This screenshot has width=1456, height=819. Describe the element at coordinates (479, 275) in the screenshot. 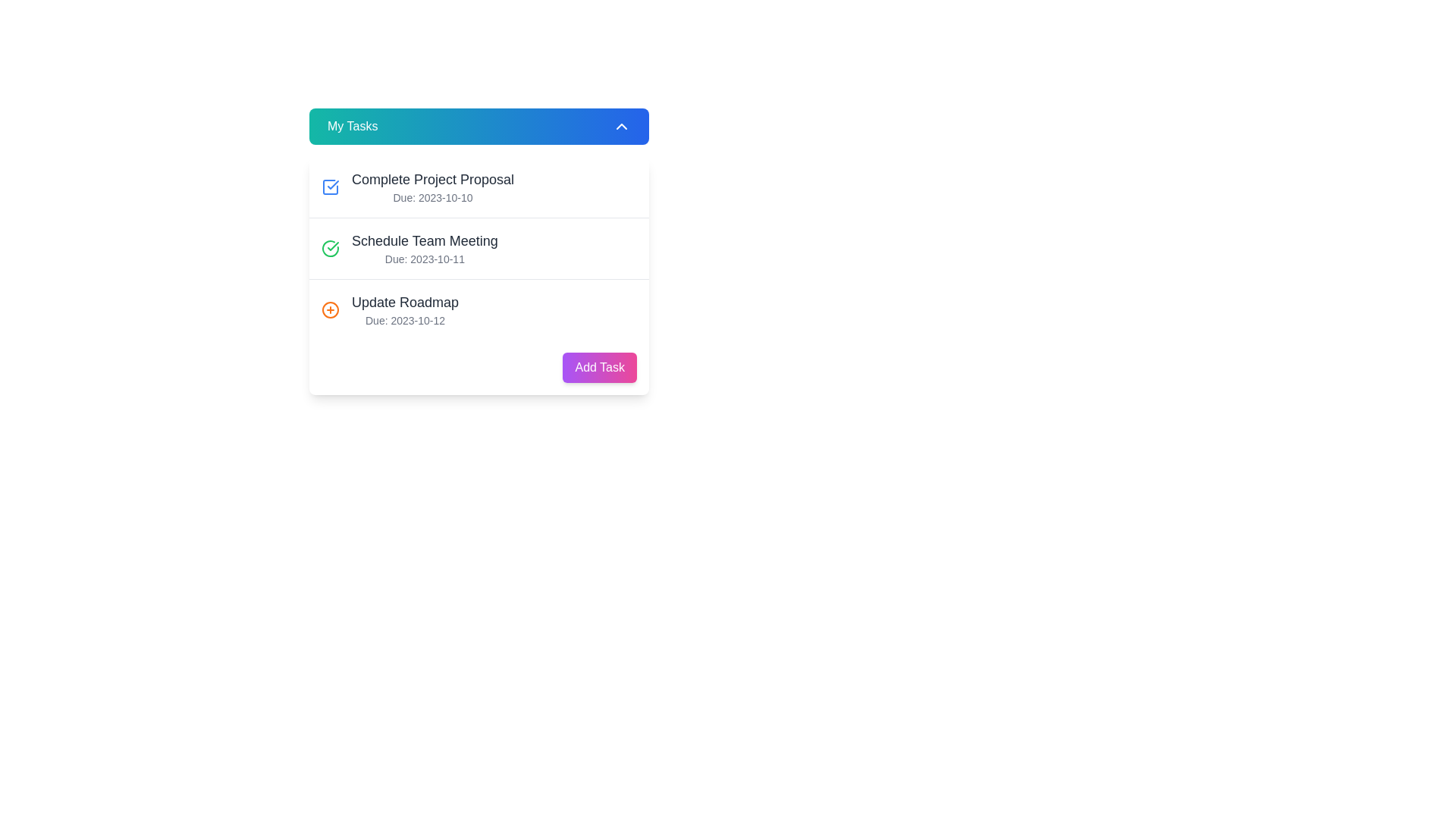

I see `the task item 'Complete Project Proposal' in the task list` at that location.